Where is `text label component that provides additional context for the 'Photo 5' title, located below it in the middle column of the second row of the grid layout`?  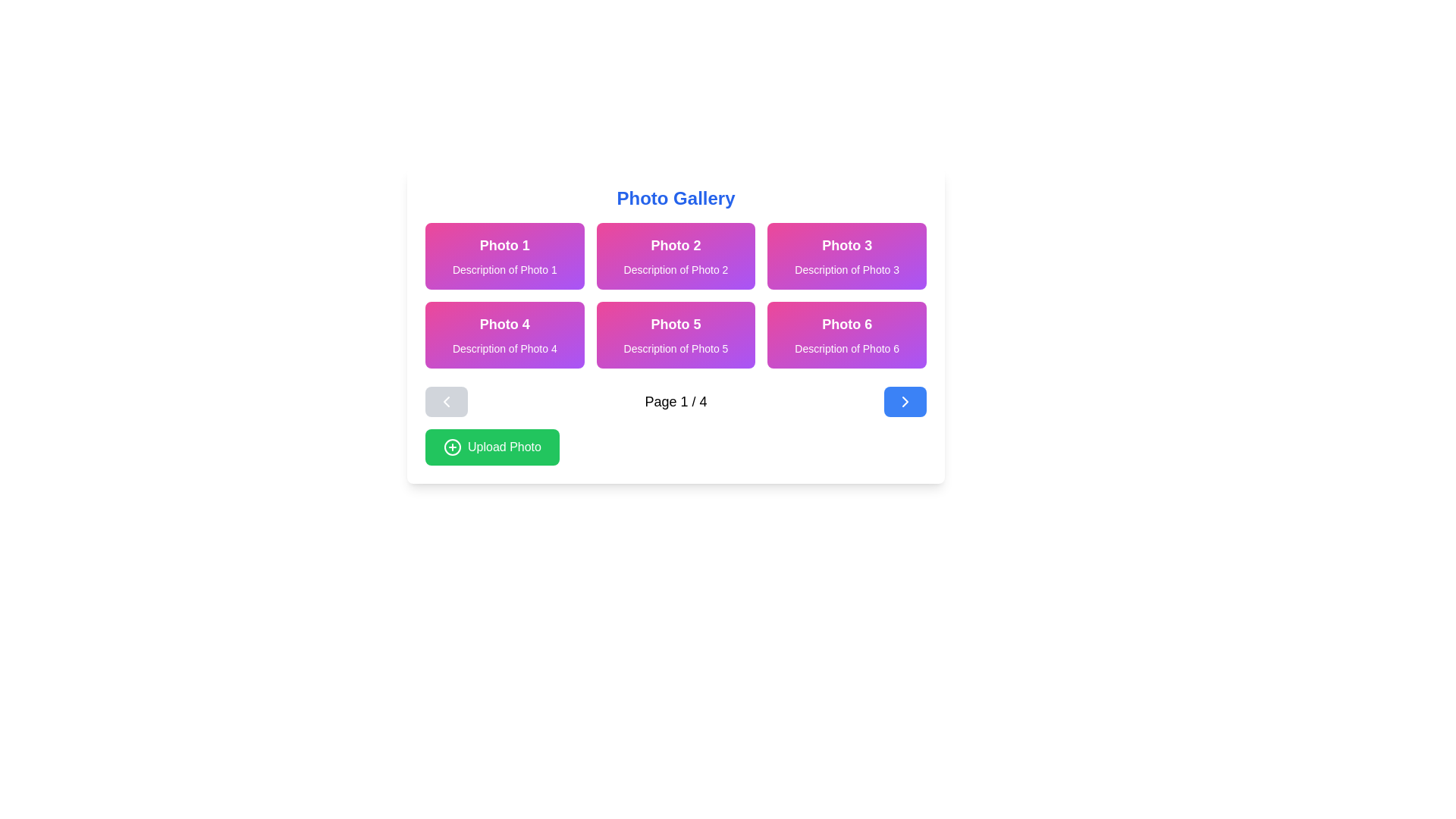 text label component that provides additional context for the 'Photo 5' title, located below it in the middle column of the second row of the grid layout is located at coordinates (675, 348).